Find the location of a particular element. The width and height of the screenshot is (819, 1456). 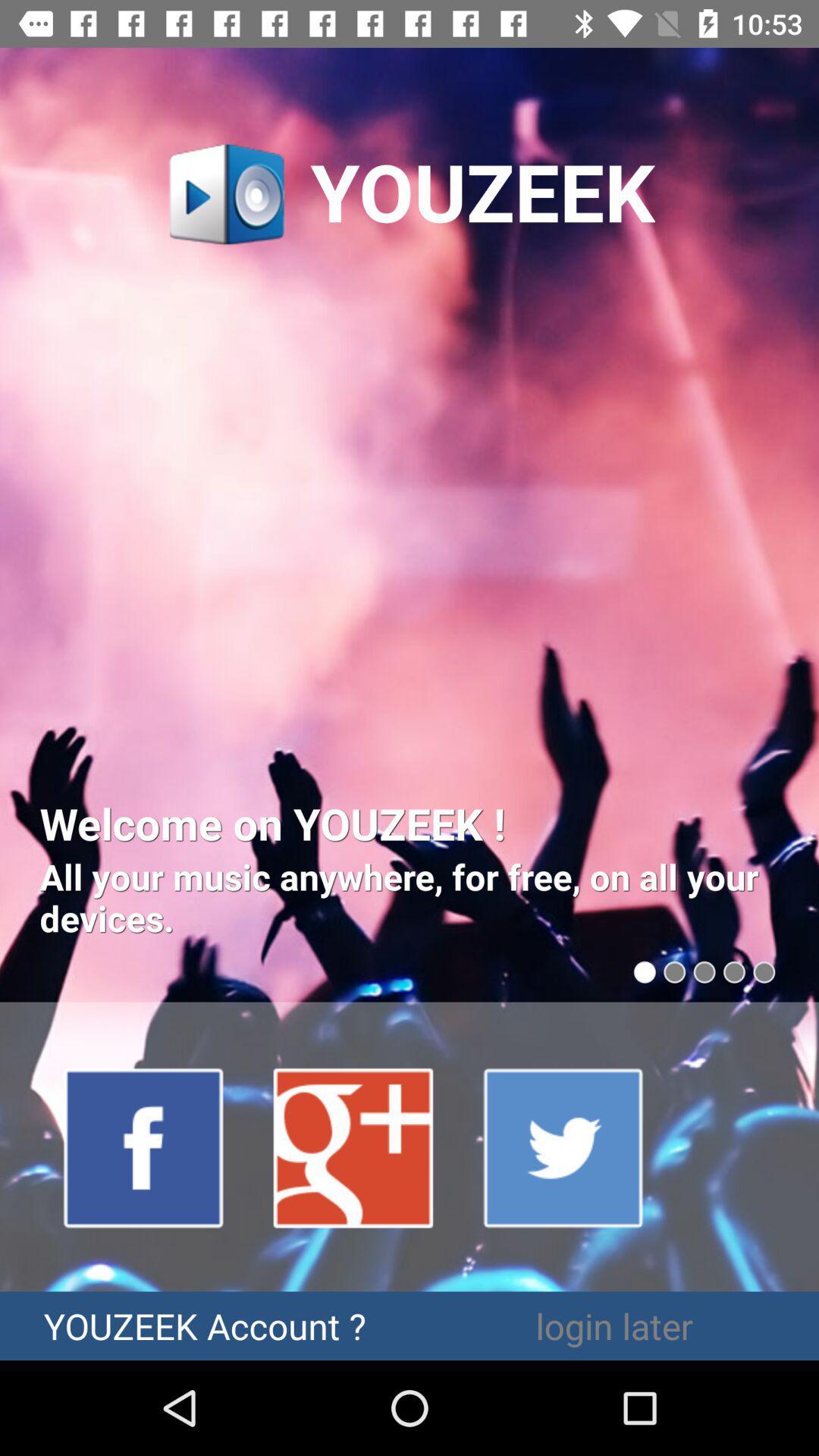

the item above login later is located at coordinates (564, 1147).